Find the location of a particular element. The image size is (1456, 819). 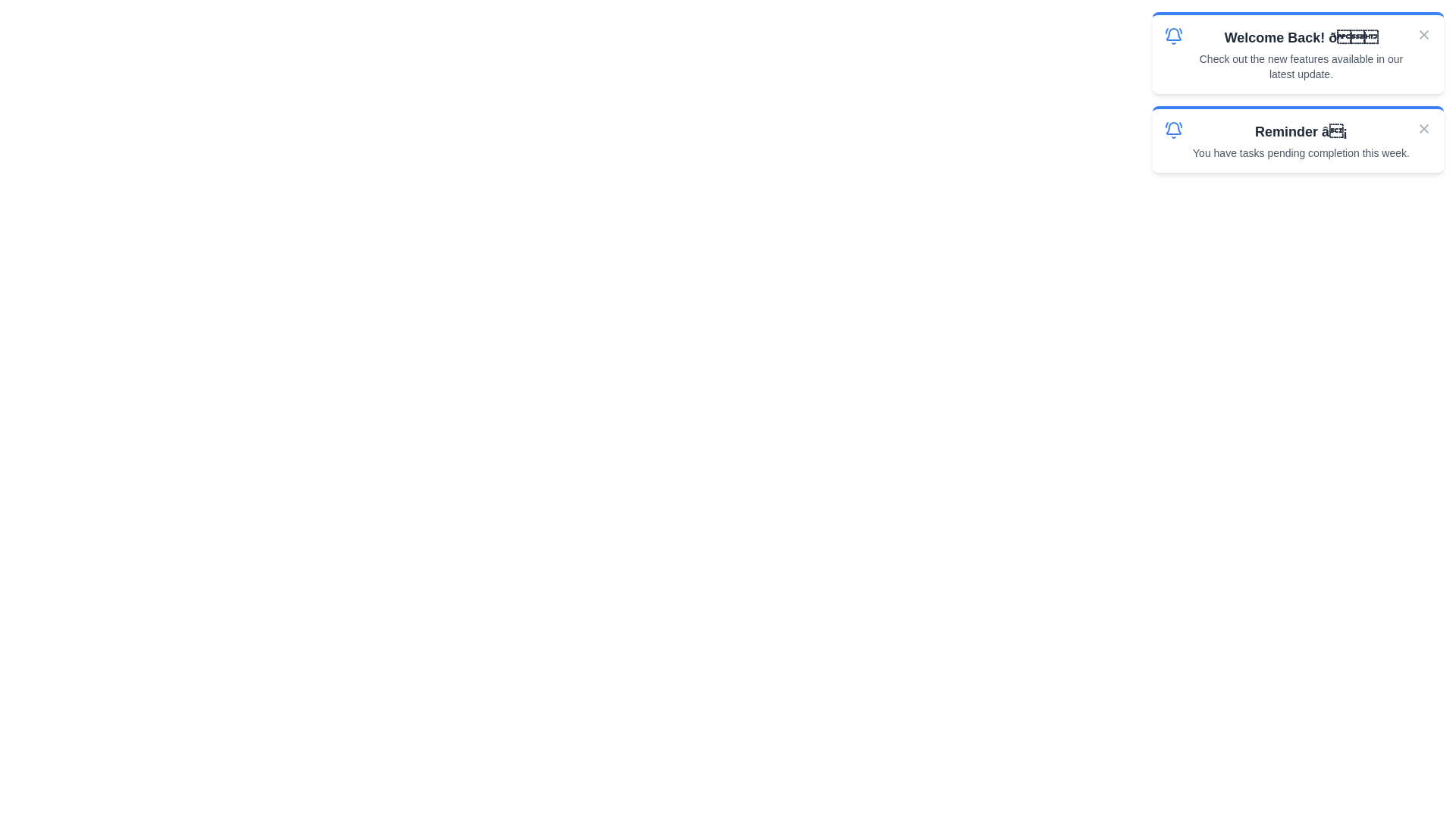

the icon associated with the notification titled 'Welcome Back!' is located at coordinates (1173, 35).